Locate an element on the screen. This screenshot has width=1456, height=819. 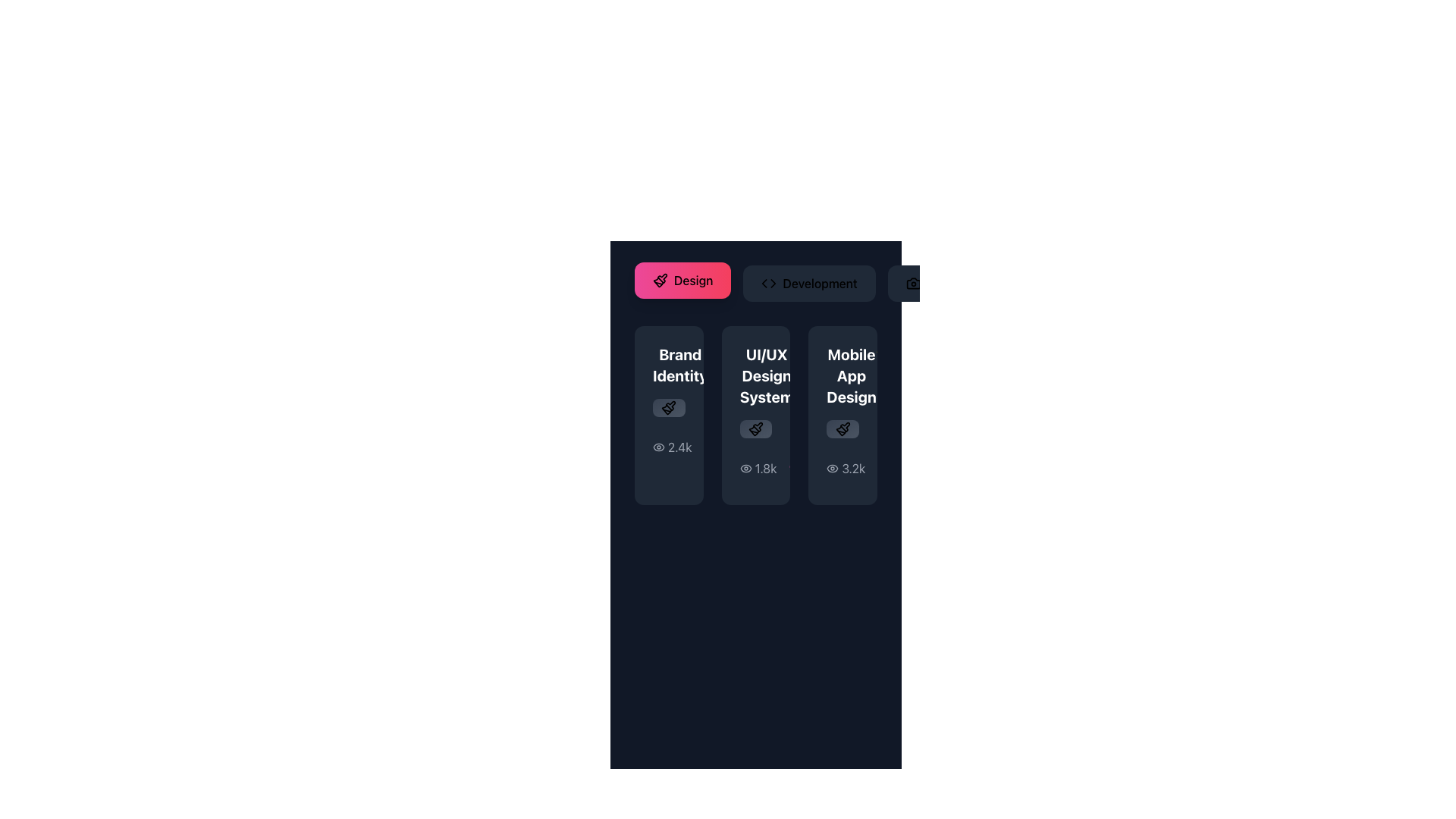
the second button in the group of three located in the second column of the 'UI/UX Design System' section is located at coordinates (756, 429).